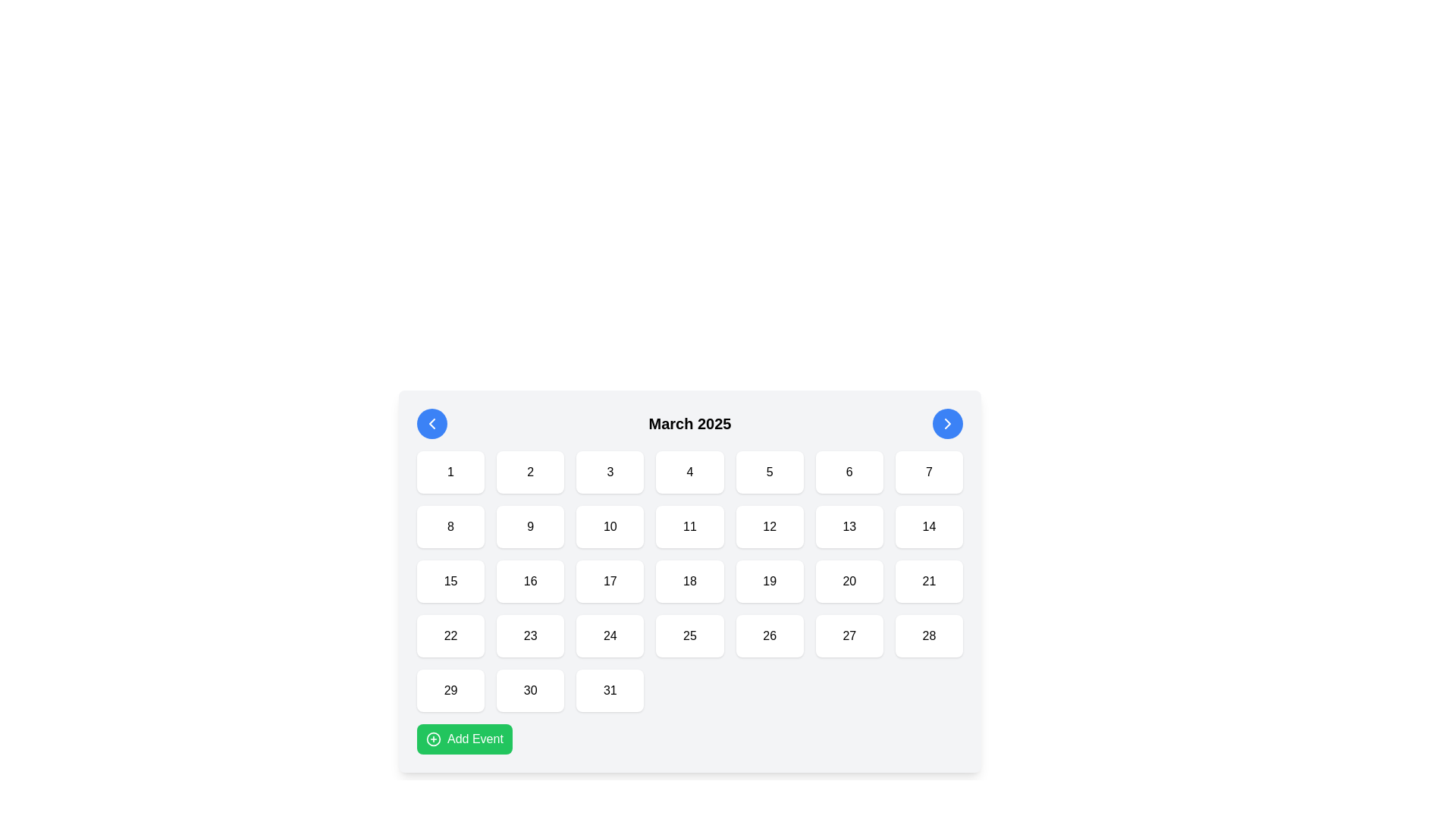 Image resolution: width=1456 pixels, height=819 pixels. What do you see at coordinates (610, 526) in the screenshot?
I see `the date button displaying '10', which is located in the second row and third column of the calendar-like grid layout` at bounding box center [610, 526].